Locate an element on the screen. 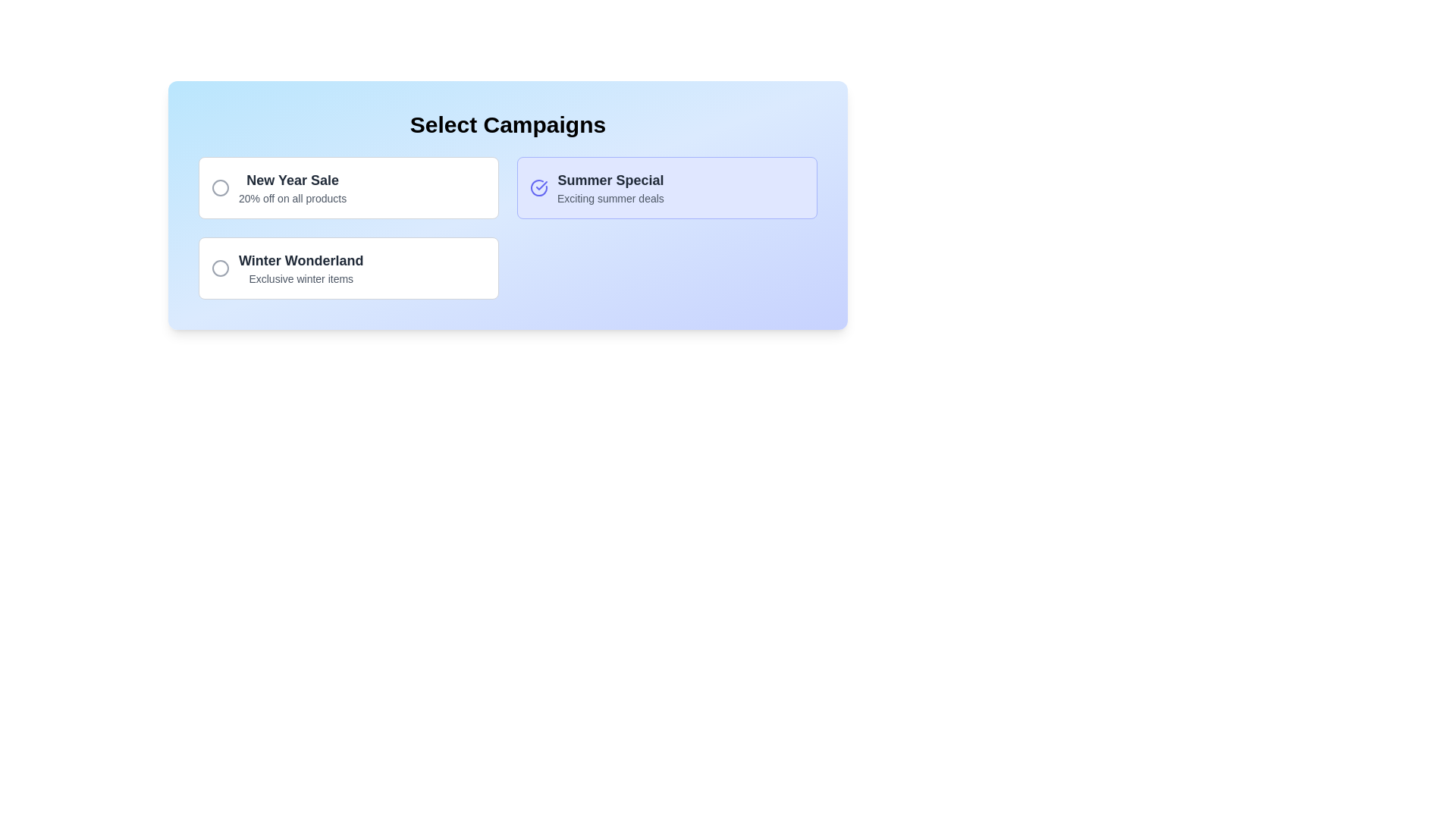 The height and width of the screenshot is (819, 1456). the 'New Year Sale' text element, which is the title of the top-left card in the 'Select Campaigns' section, above the subtitle '20% off on all products' is located at coordinates (293, 180).